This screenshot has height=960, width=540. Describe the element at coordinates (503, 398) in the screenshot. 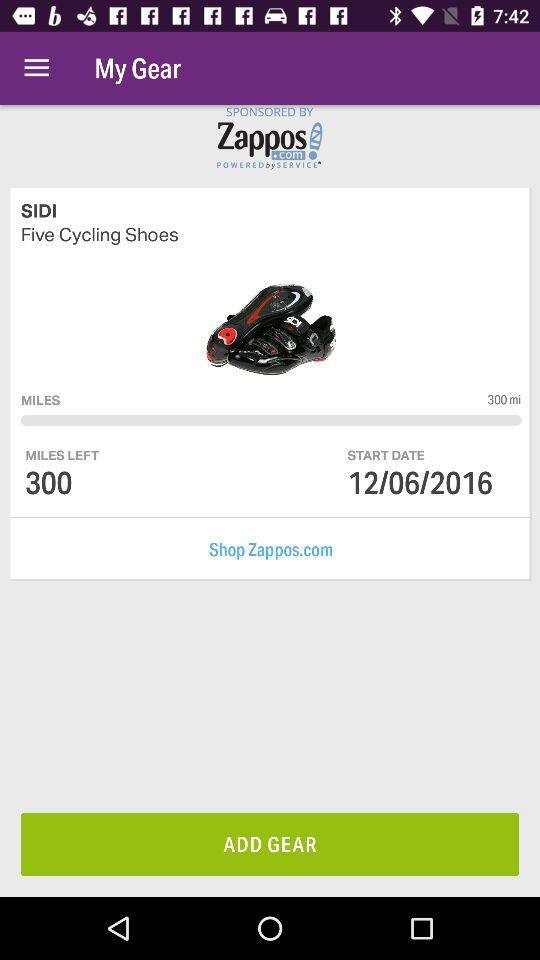

I see `the 300 mi icon` at that location.